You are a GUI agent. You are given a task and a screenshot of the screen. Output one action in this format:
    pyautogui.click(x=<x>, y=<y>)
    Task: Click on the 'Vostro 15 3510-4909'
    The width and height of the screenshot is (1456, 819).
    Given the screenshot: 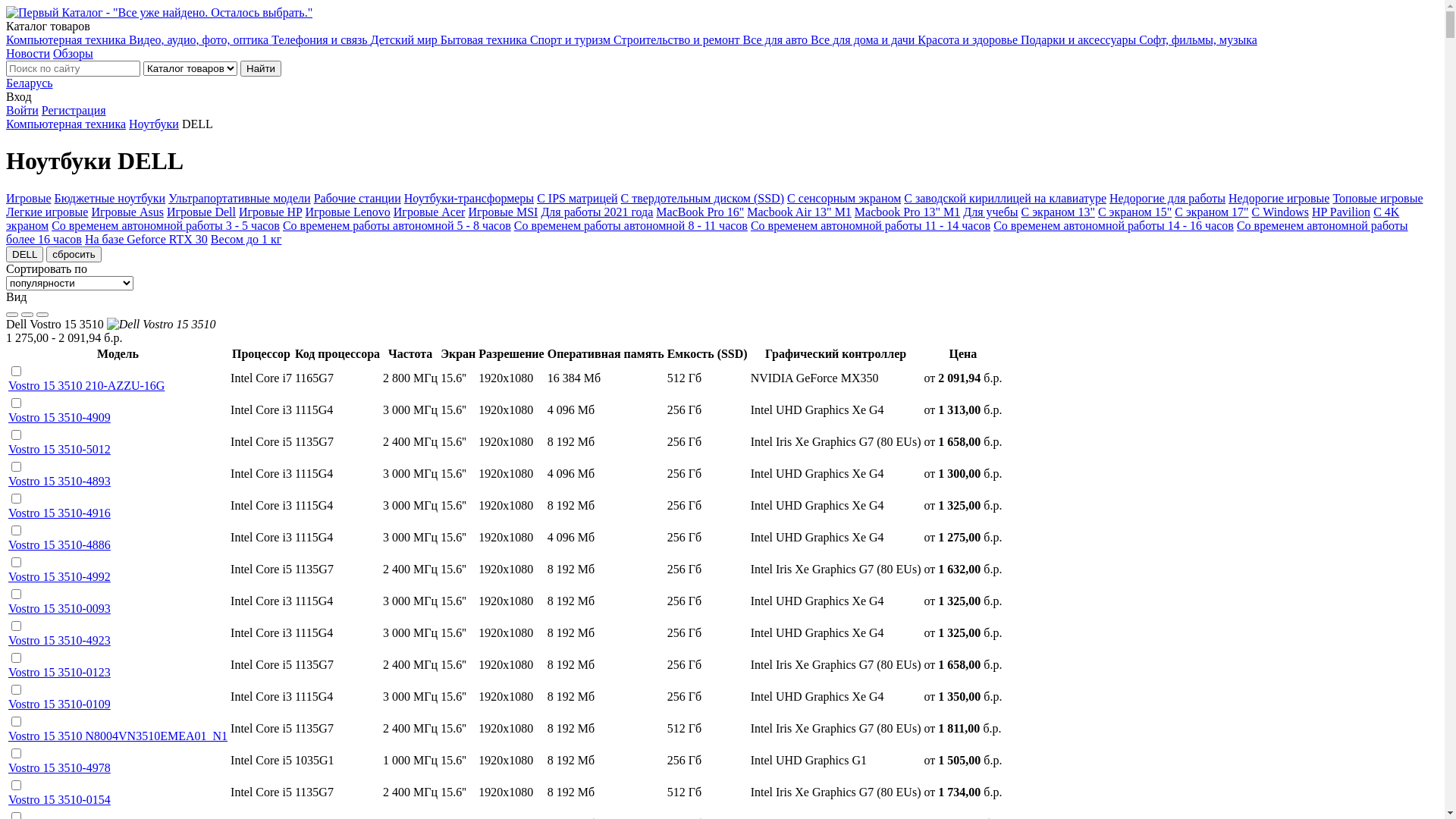 What is the action you would take?
    pyautogui.click(x=59, y=417)
    